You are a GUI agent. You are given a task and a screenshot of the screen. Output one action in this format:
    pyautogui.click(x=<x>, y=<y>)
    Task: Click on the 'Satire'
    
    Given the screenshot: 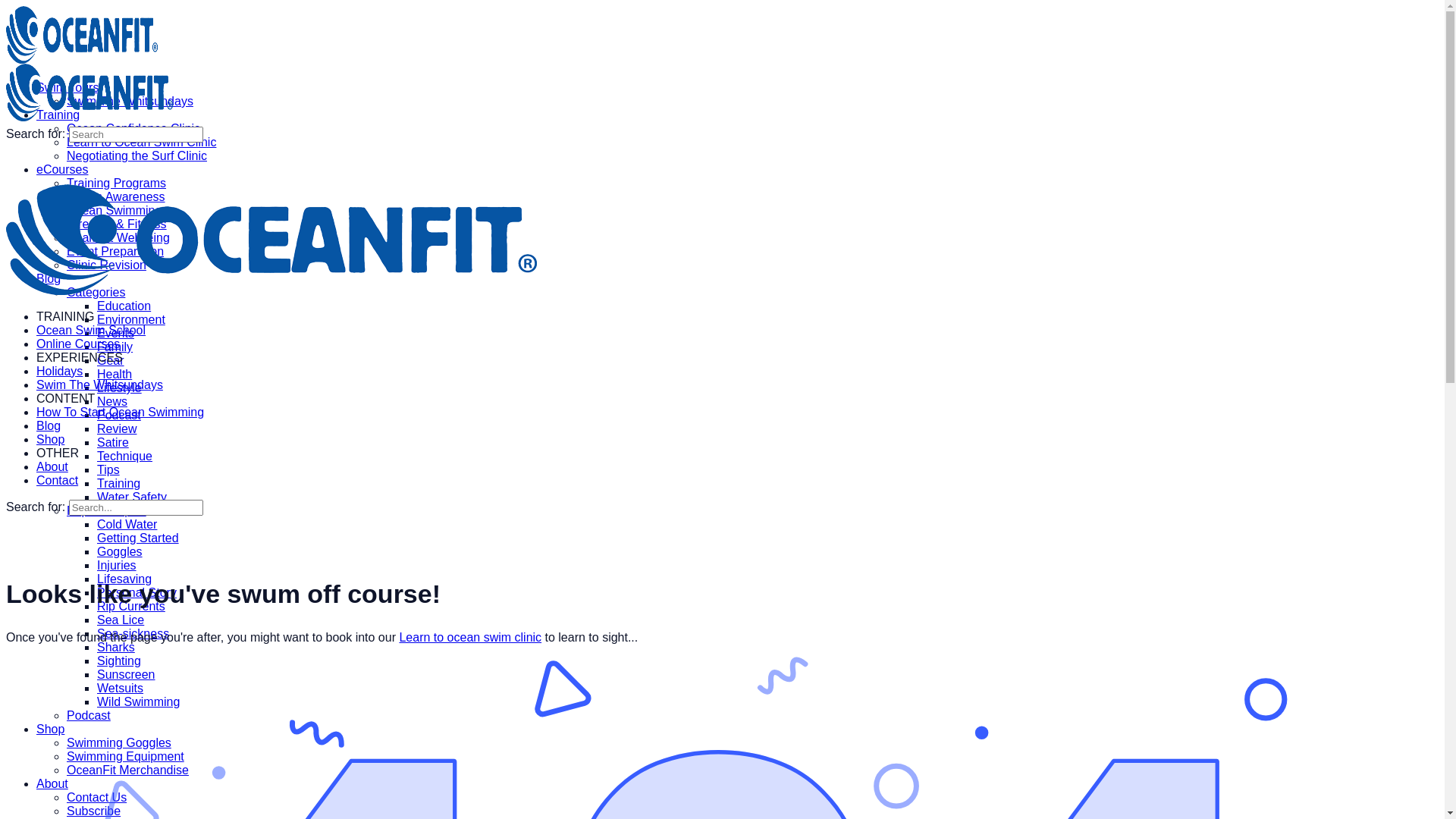 What is the action you would take?
    pyautogui.click(x=111, y=442)
    